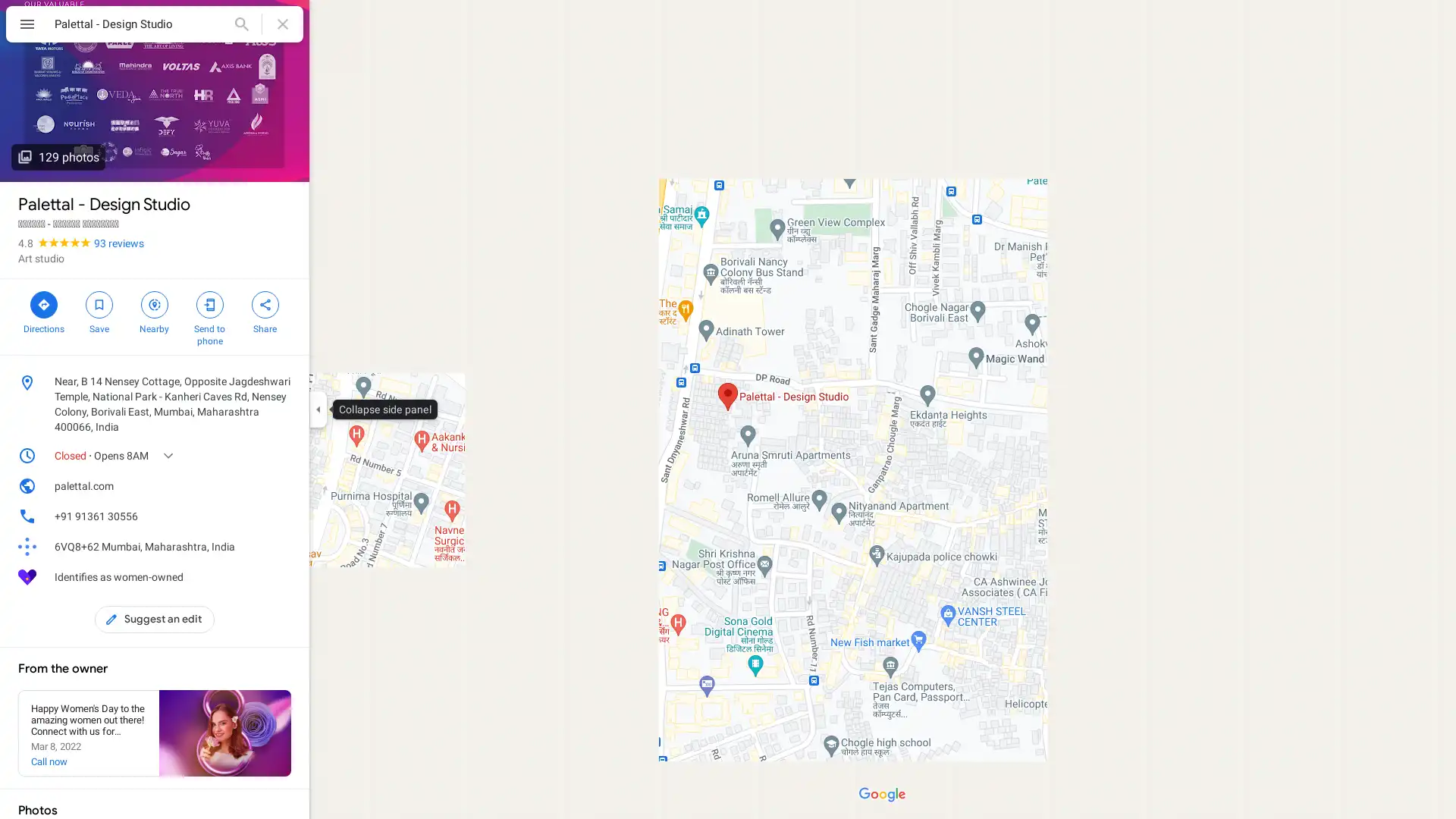  I want to click on Call phone number, so click(284, 516).